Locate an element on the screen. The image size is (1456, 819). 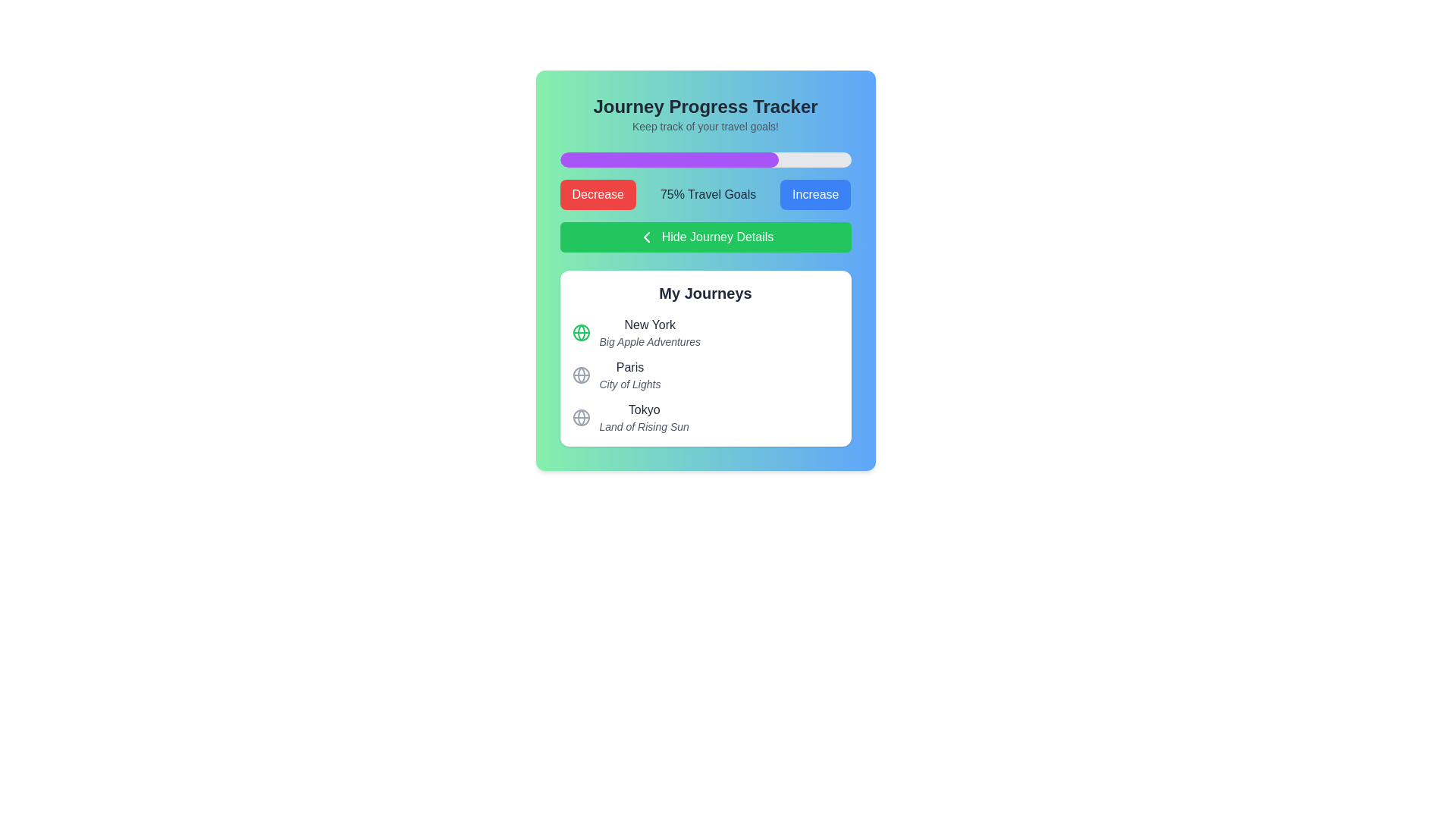
the static text 'Big Apple Adventures', which is positioned directly below the bold text 'New York' in the 'My Journeys' section is located at coordinates (650, 342).